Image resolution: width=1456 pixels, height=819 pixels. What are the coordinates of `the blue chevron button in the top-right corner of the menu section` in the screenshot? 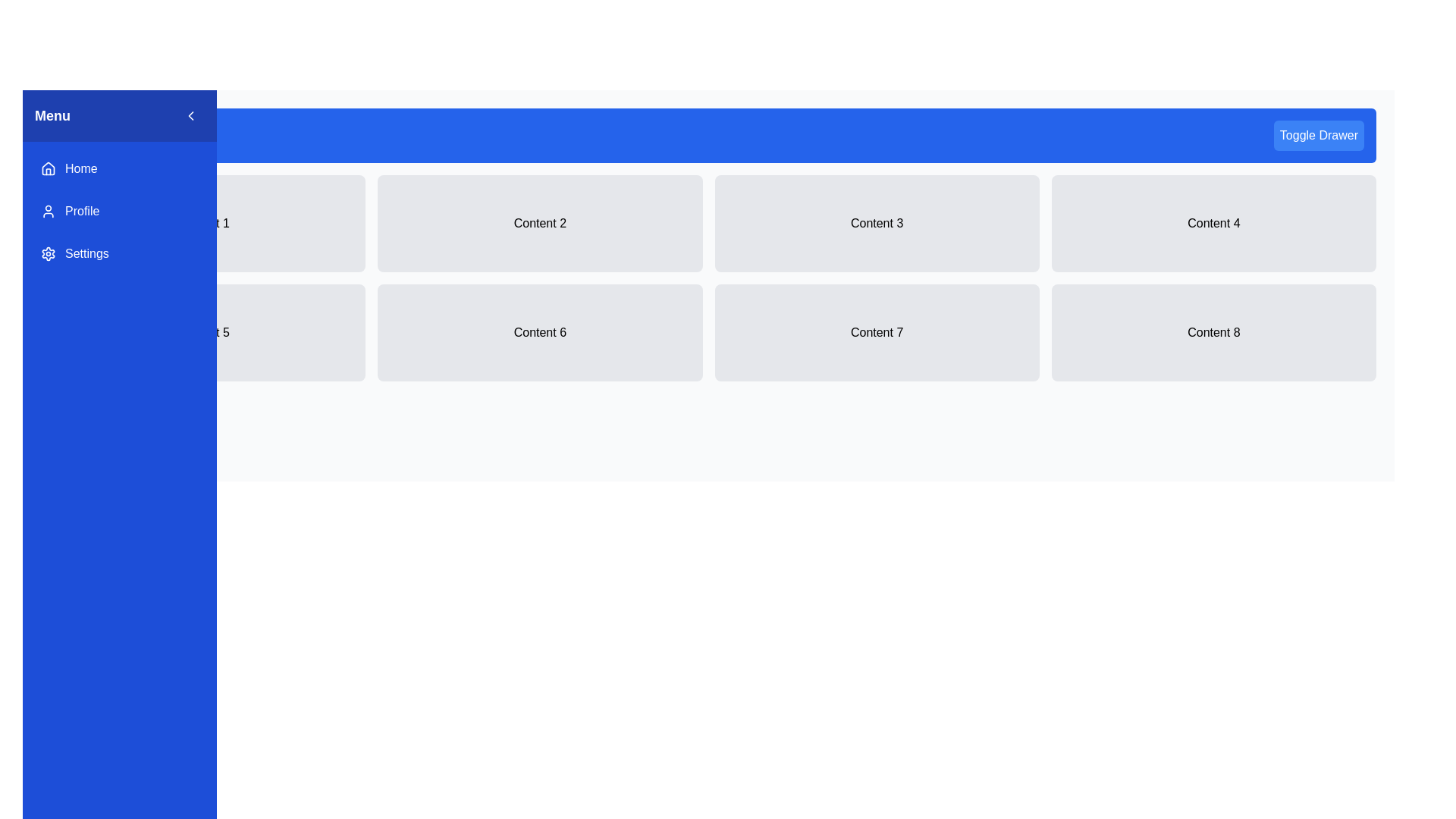 It's located at (190, 115).